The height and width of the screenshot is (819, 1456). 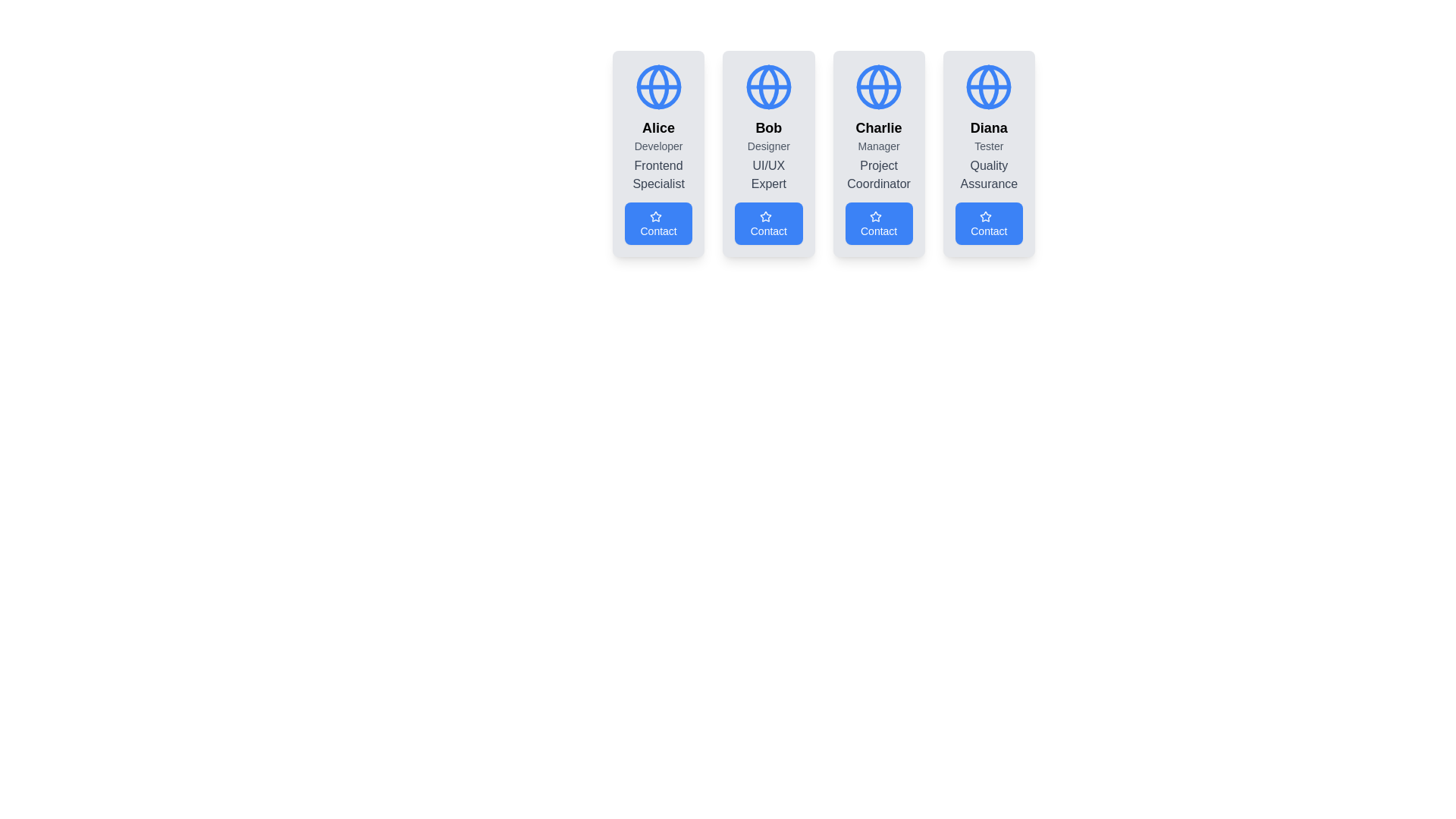 I want to click on the icon that represents global access or internet representation, located at the top section of the first card containing the text 'Alice Developer Frontend Specialist', so click(x=658, y=87).